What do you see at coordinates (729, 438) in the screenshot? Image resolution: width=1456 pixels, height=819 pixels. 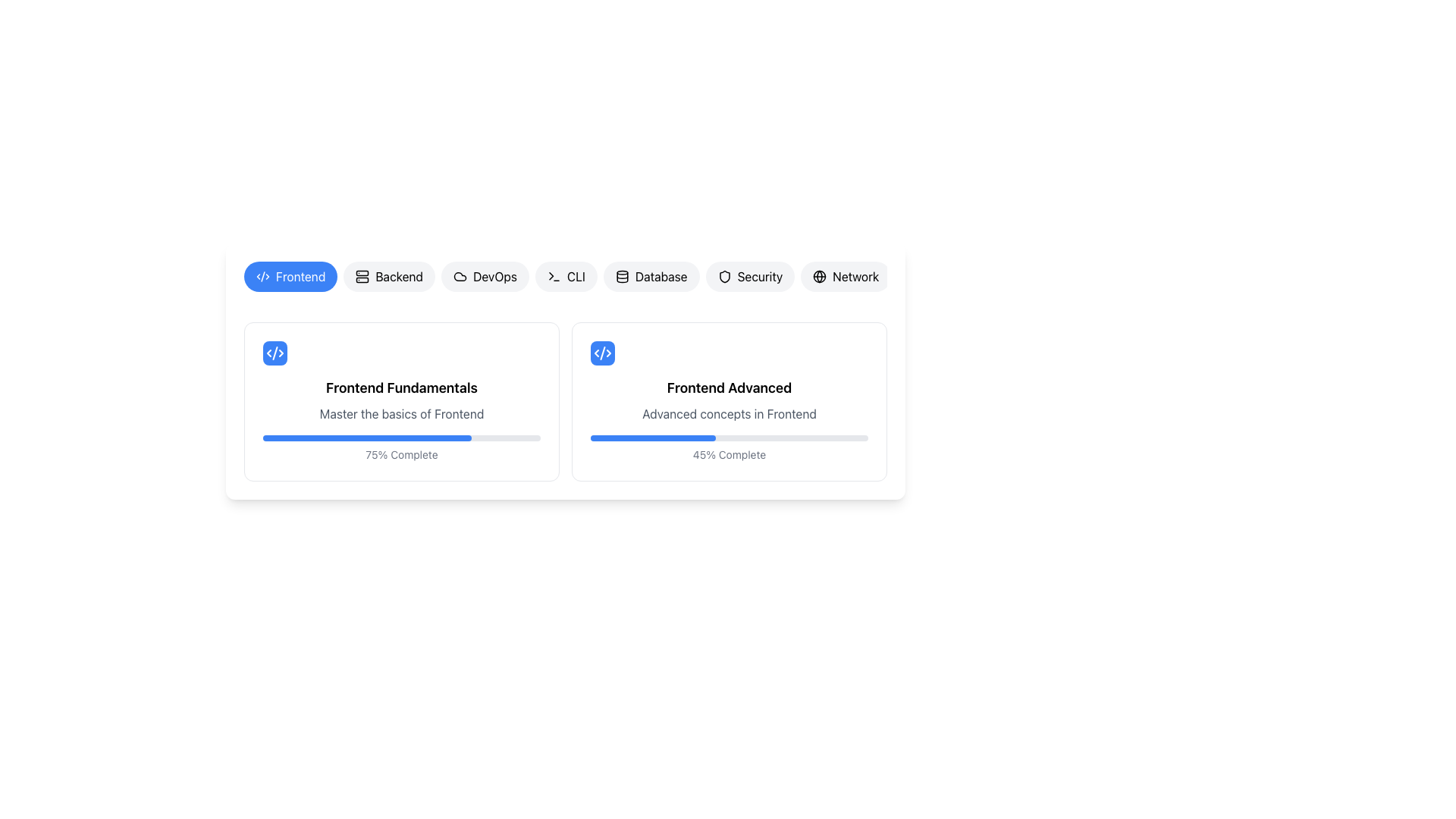 I see `the progress bar located at the bottom of the 'Frontend Advanced' card, which has a gray background and a blue foreground indicating progress percentage` at bounding box center [729, 438].